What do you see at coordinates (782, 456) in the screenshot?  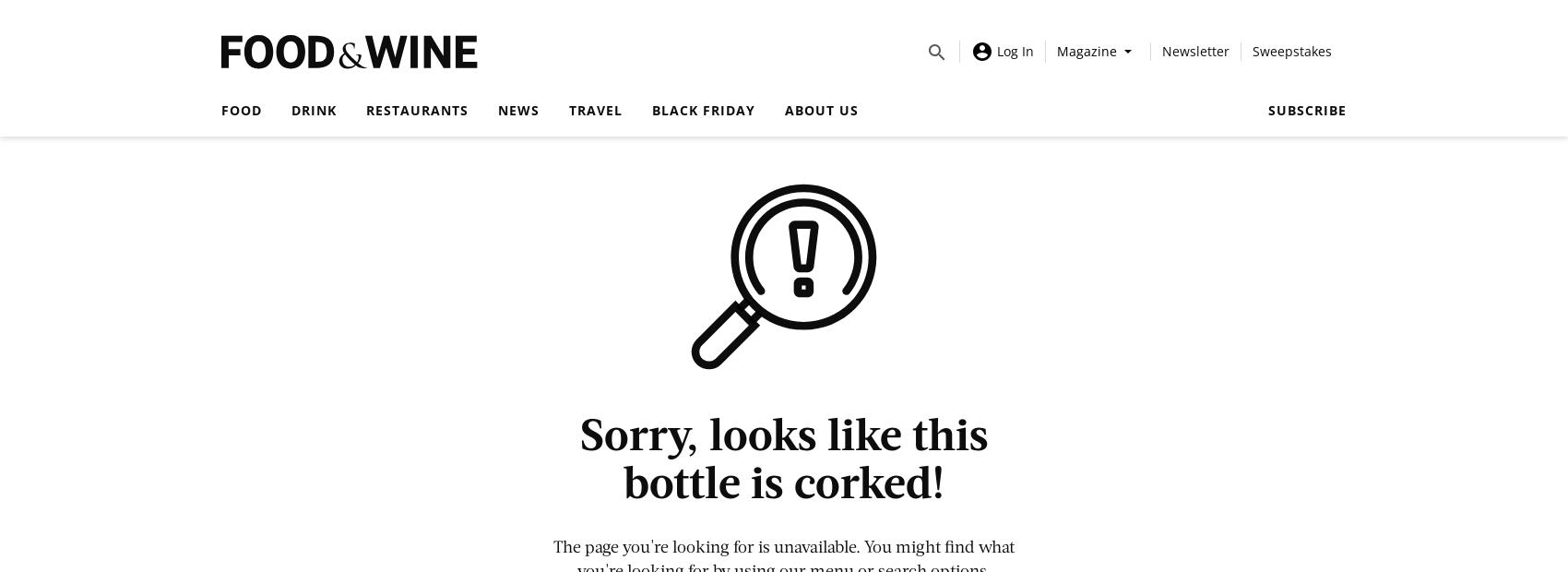 I see `'Sorry, looks like this bottle is corked!'` at bounding box center [782, 456].